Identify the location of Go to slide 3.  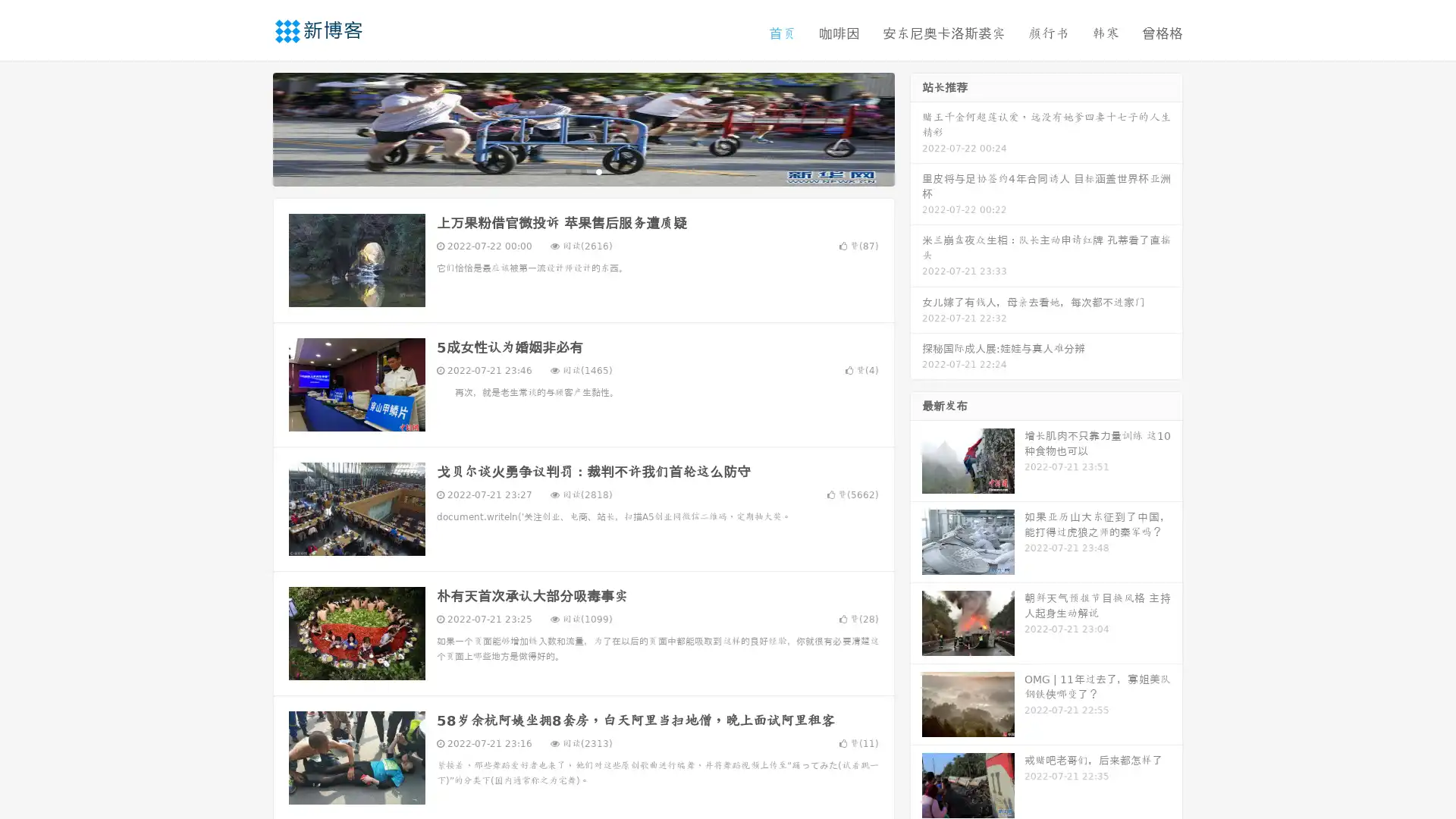
(598, 171).